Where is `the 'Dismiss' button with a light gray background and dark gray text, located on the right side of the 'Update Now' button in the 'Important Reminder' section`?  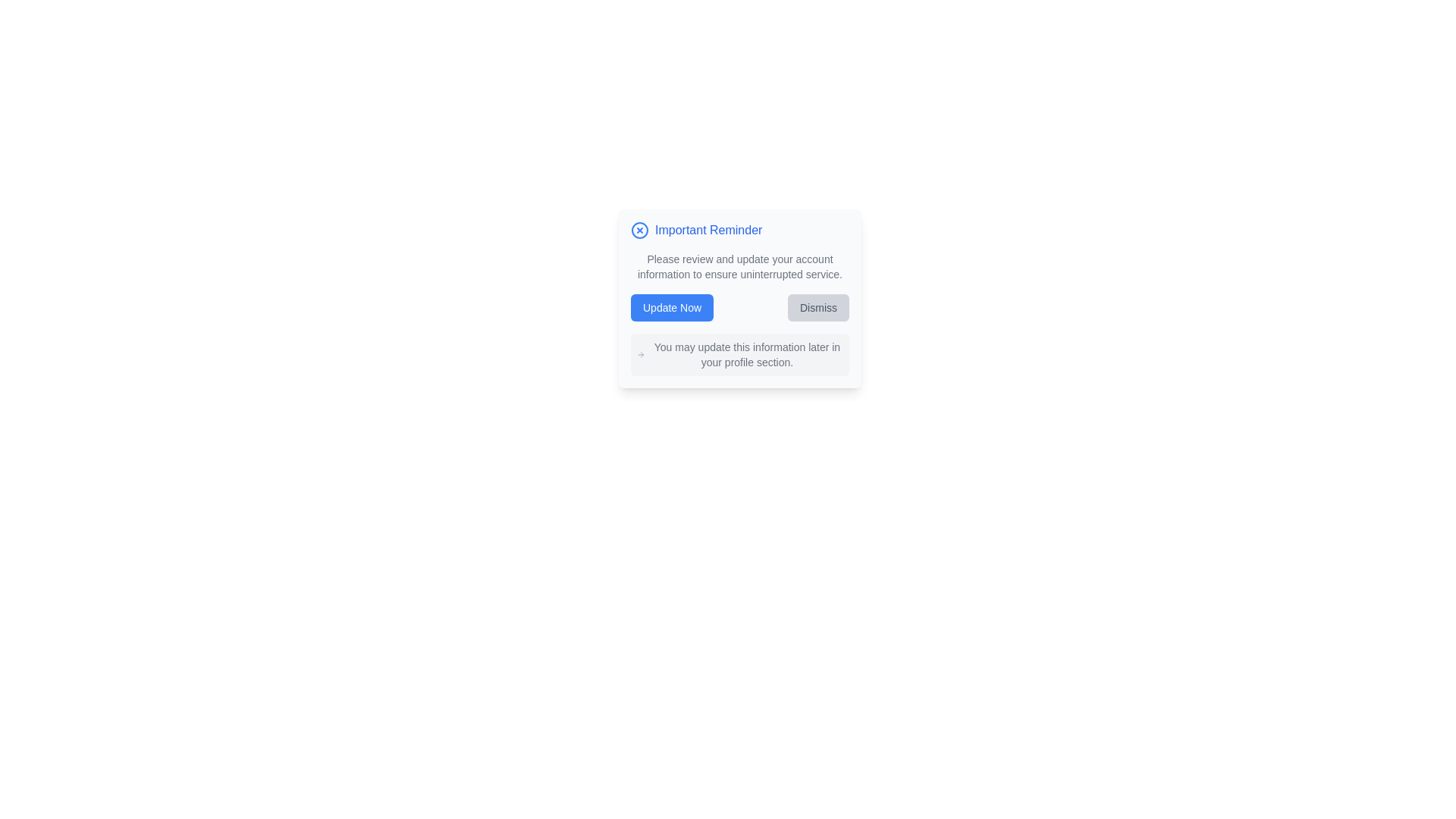 the 'Dismiss' button with a light gray background and dark gray text, located on the right side of the 'Update Now' button in the 'Important Reminder' section is located at coordinates (817, 307).